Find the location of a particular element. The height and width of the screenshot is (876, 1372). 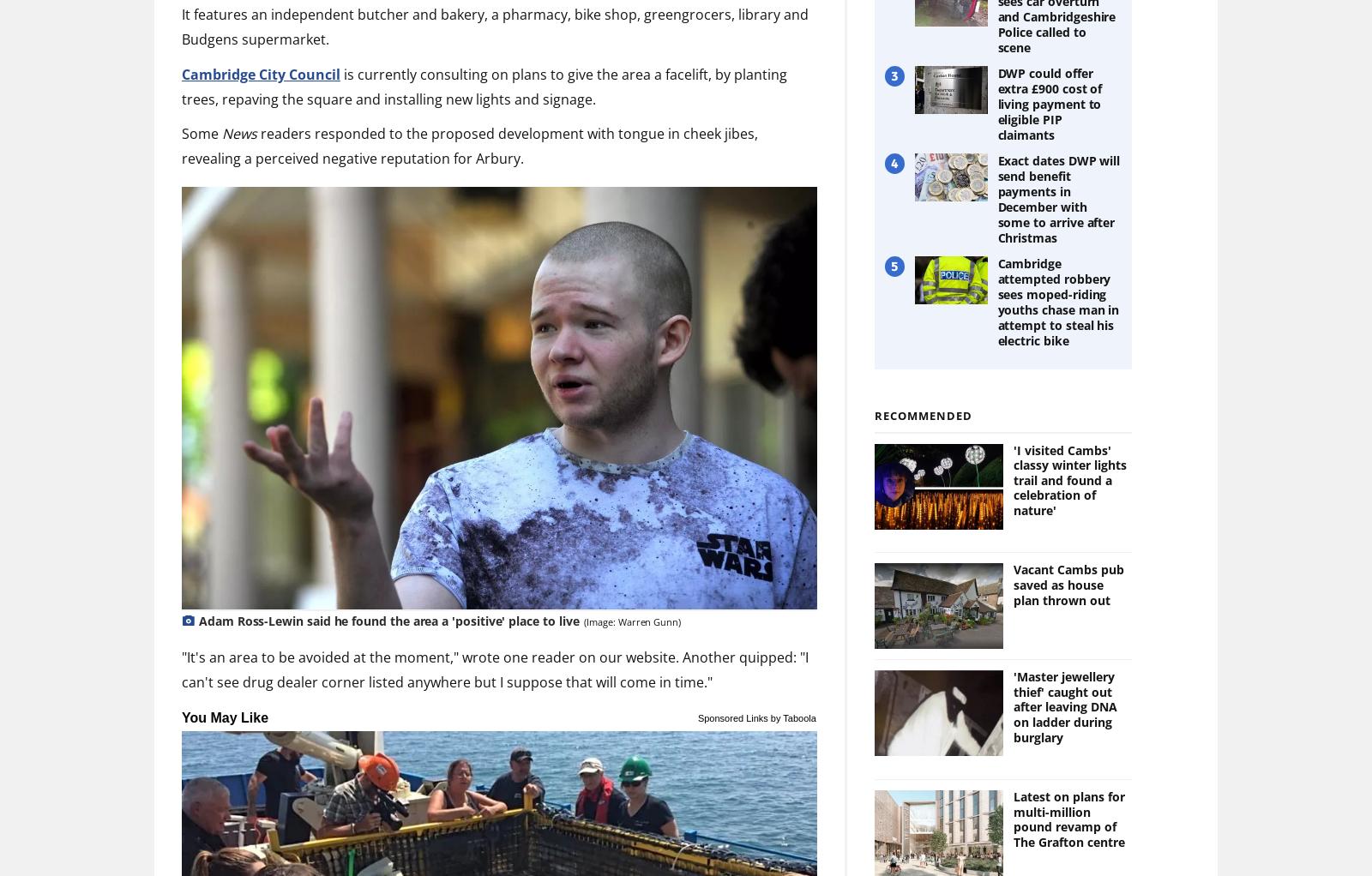

'Latest on plans for multi-million pound revamp of The Grafton centre' is located at coordinates (1068, 818).